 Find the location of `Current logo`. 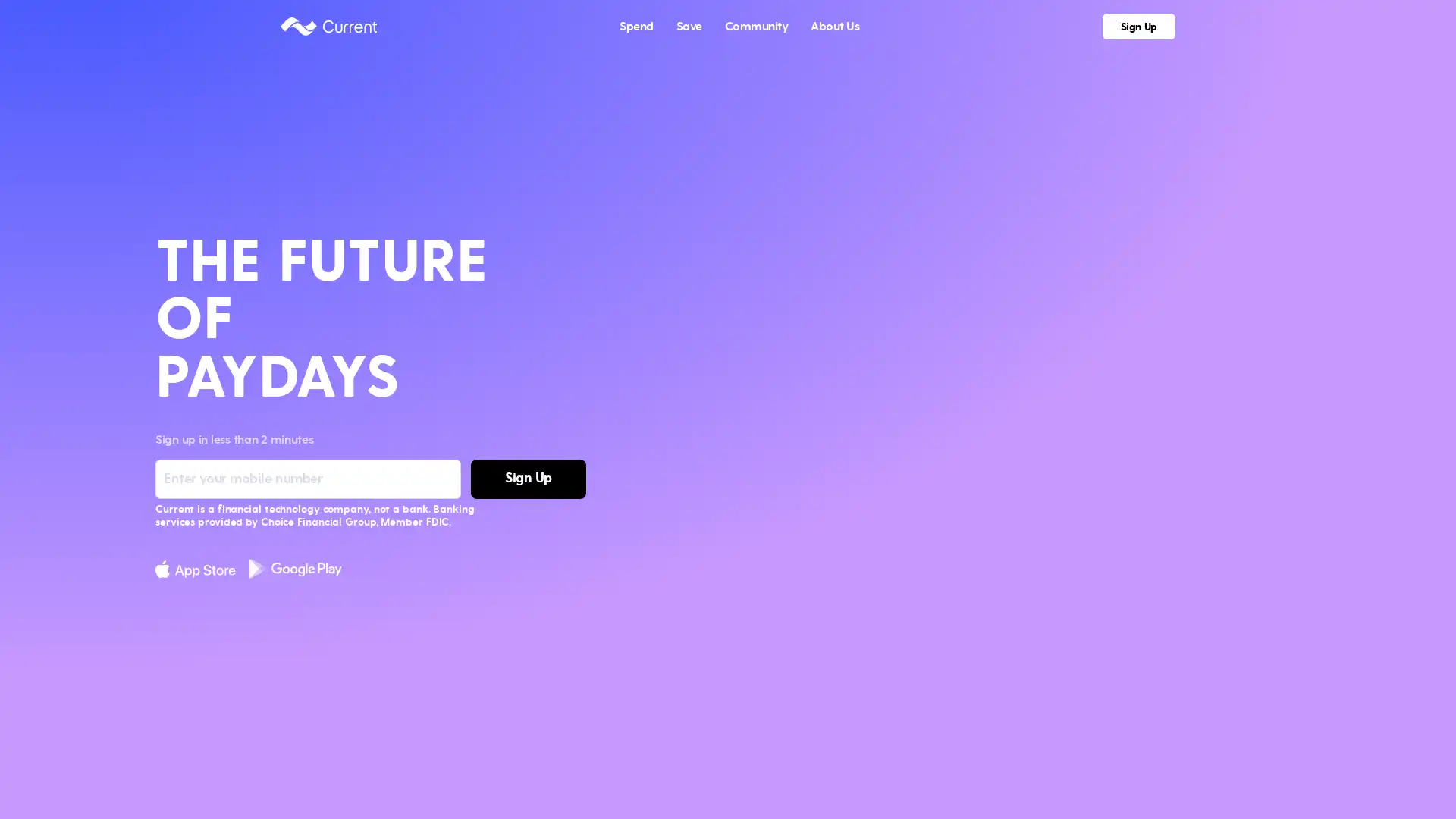

Current logo is located at coordinates (328, 25).